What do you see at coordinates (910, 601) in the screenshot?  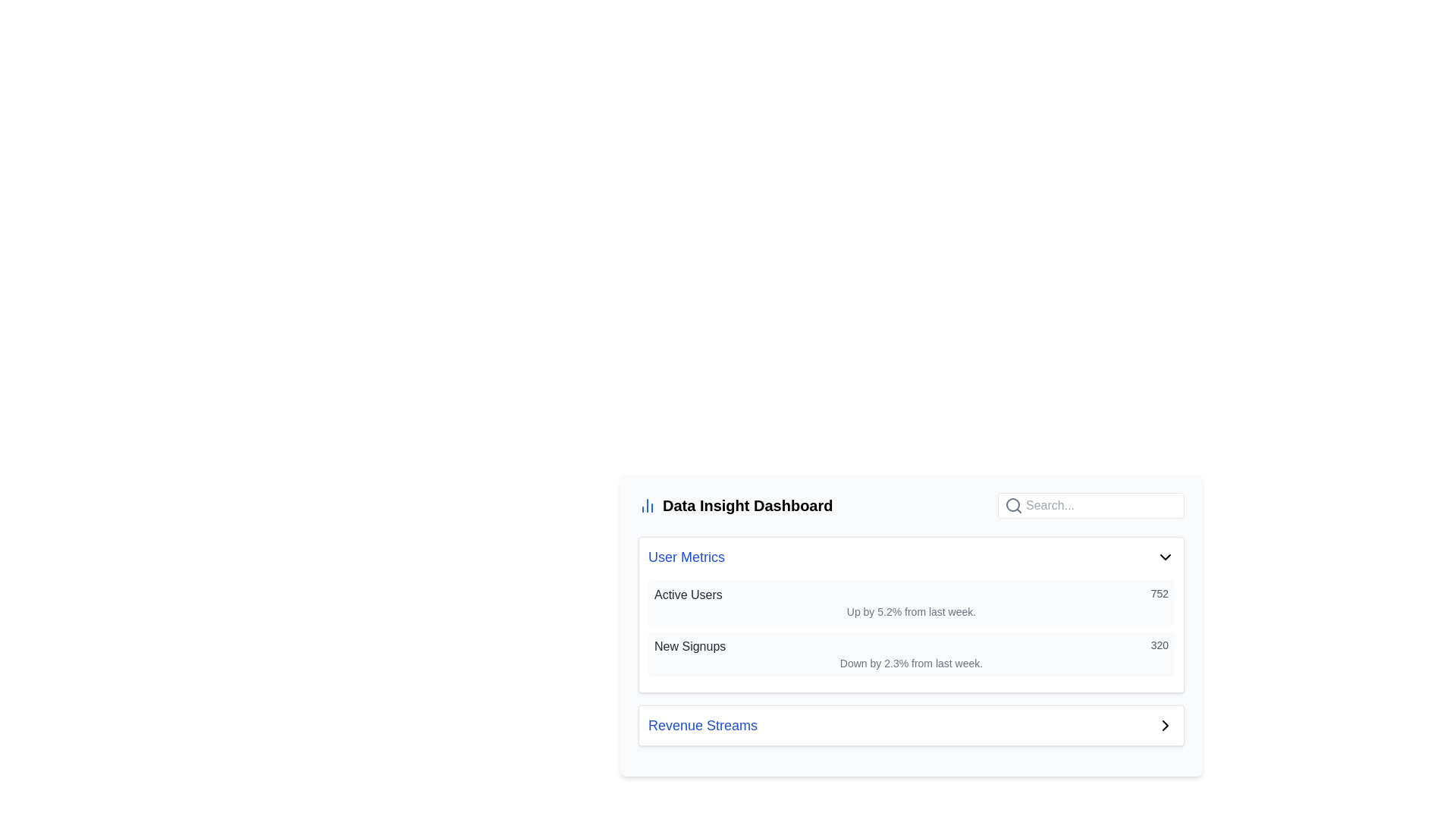 I see `the 'Active Users' Dashboard Card, which is the top card under the 'User Metrics' heading in the Data Insight Dashboard, to compare it with neighboring metrics` at bounding box center [910, 601].